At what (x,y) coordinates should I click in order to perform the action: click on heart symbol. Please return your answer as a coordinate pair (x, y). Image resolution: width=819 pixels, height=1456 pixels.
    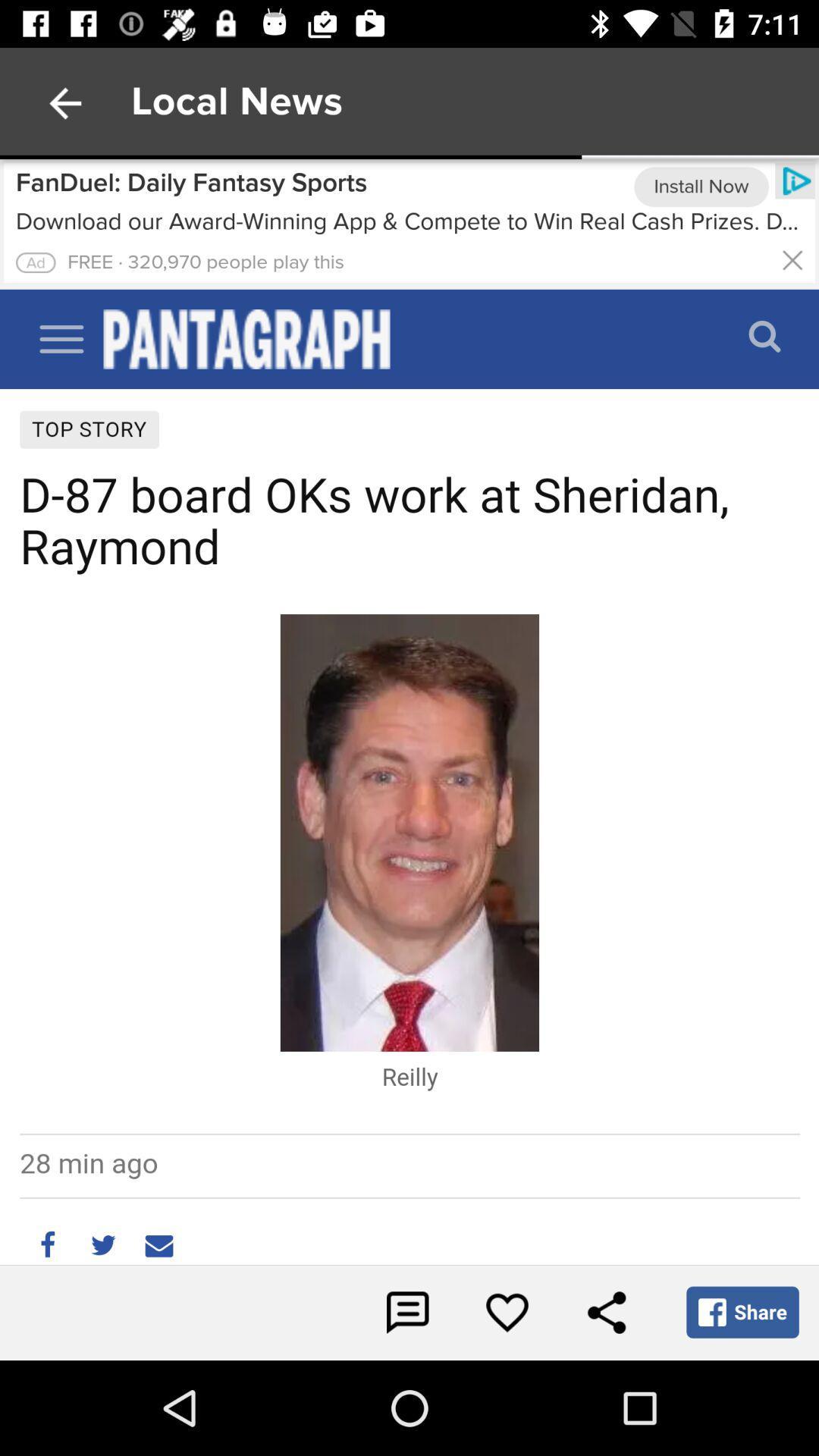
    Looking at the image, I should click on (507, 1312).